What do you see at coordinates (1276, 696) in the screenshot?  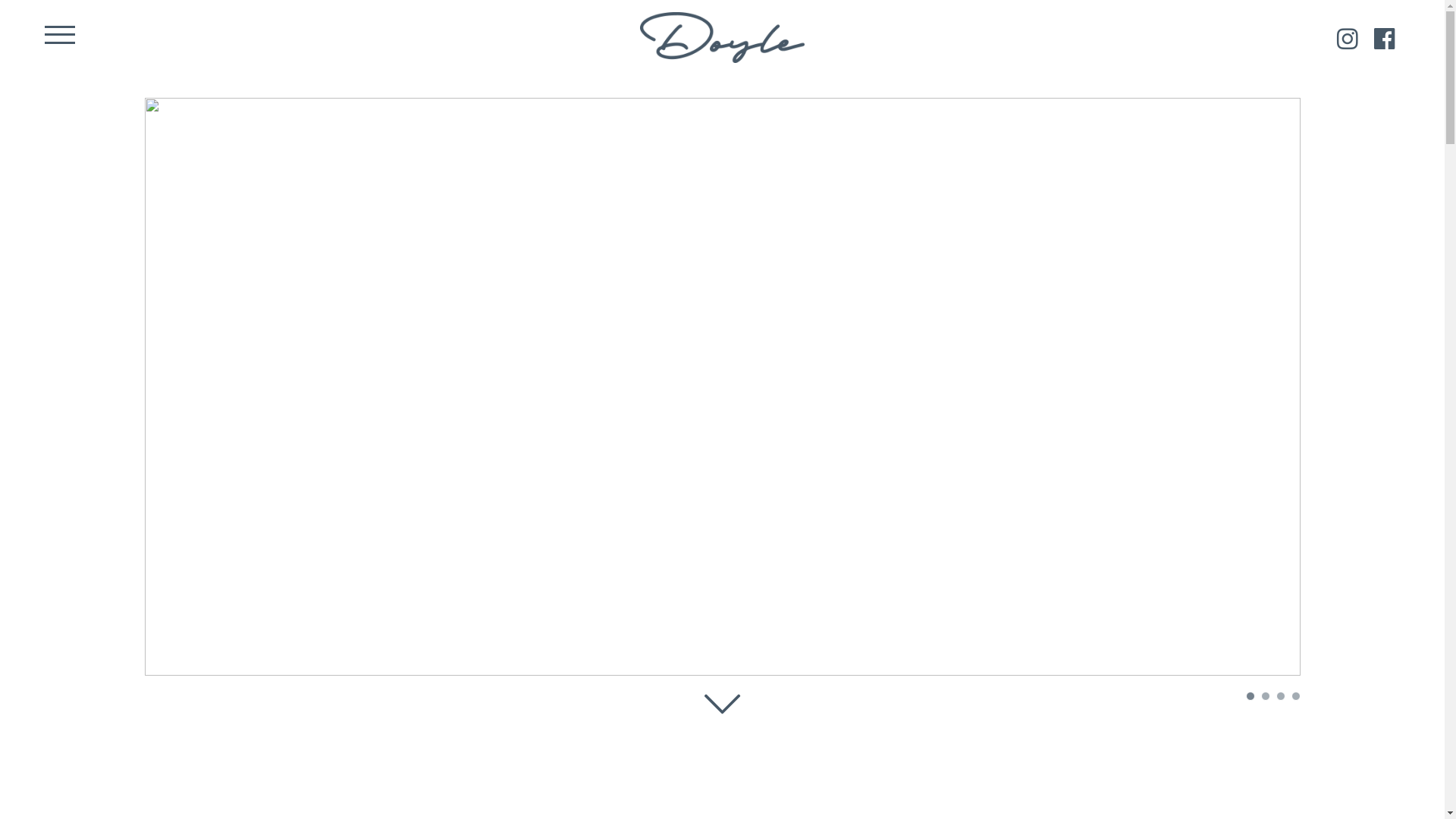 I see `'3'` at bounding box center [1276, 696].